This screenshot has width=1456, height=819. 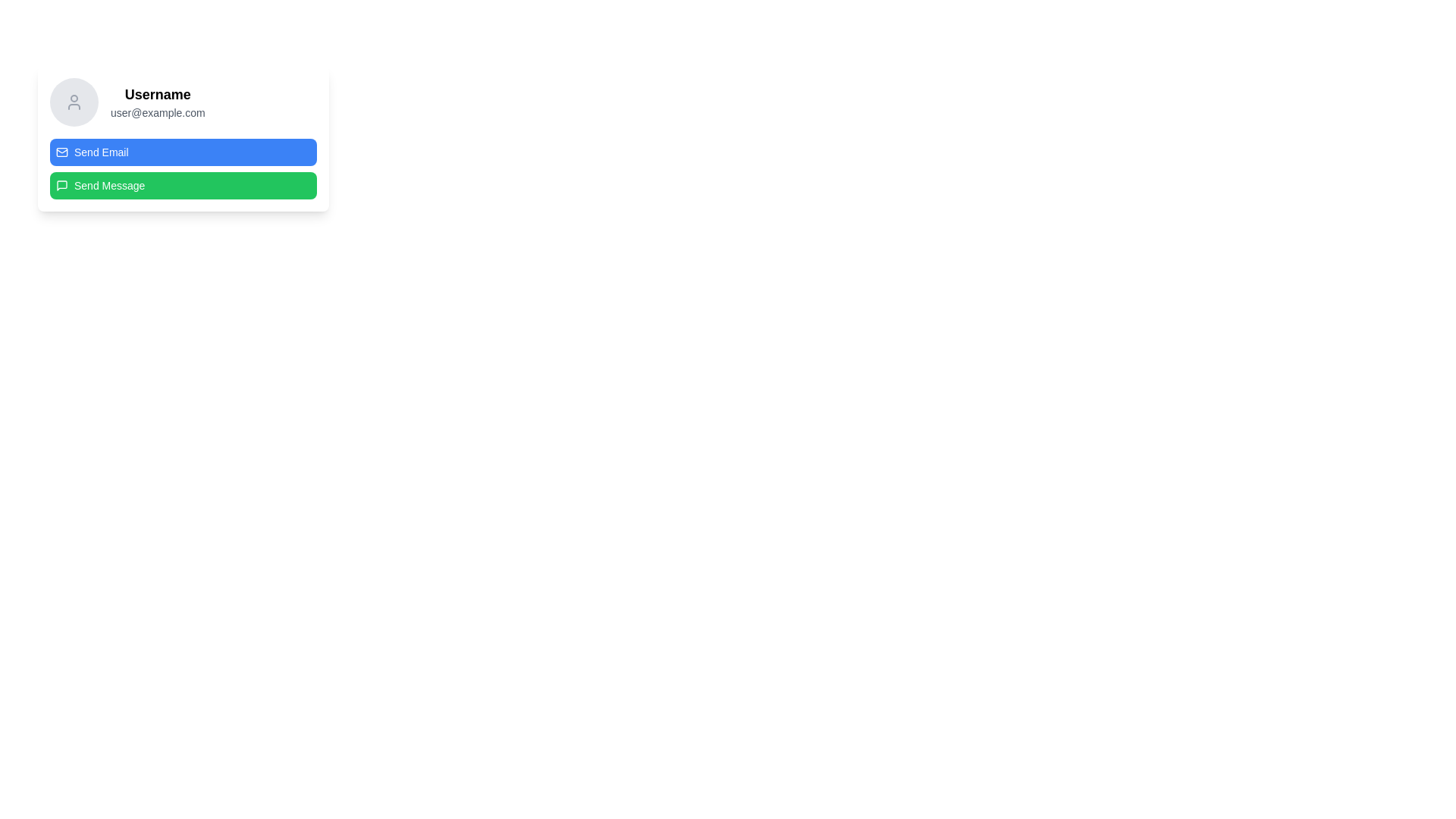 I want to click on the chat bubble icon with a green background located inside the 'Send Message' button at the bottom of the user card interface, so click(x=61, y=185).